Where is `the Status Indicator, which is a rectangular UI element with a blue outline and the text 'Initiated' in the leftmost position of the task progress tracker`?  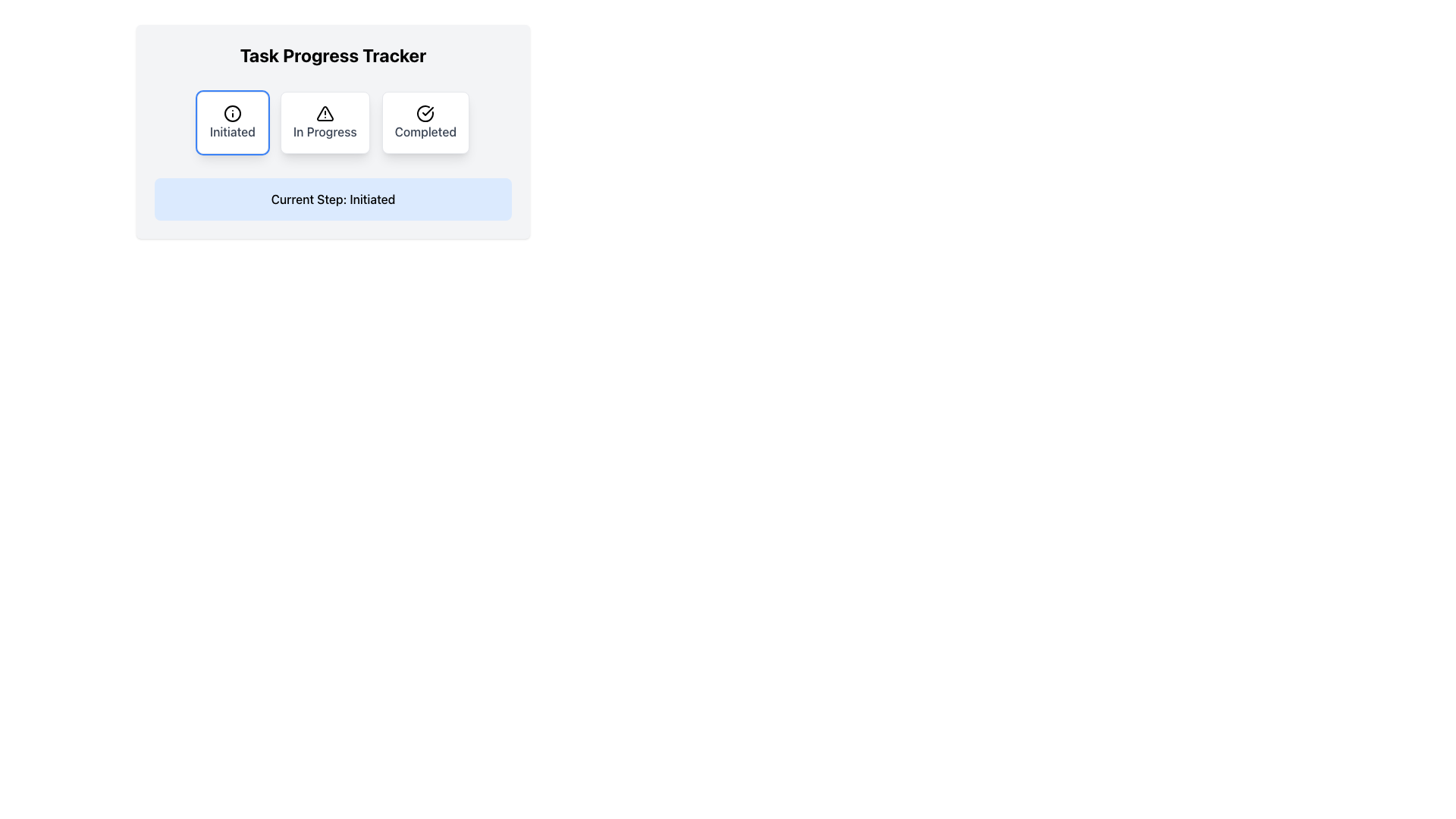
the Status Indicator, which is a rectangular UI element with a blue outline and the text 'Initiated' in the leftmost position of the task progress tracker is located at coordinates (232, 122).